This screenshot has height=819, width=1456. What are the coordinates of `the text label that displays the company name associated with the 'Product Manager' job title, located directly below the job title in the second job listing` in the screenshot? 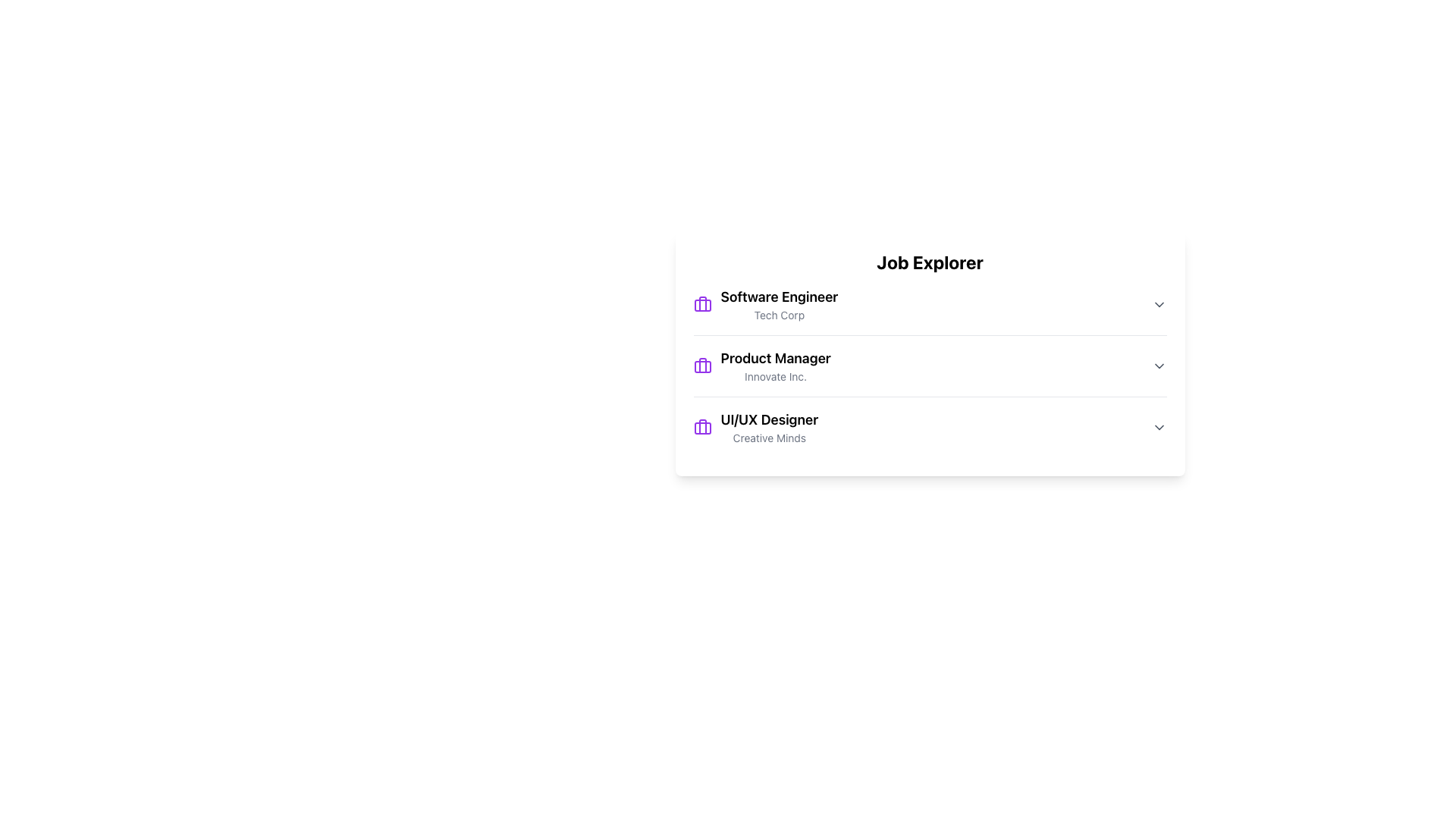 It's located at (776, 376).